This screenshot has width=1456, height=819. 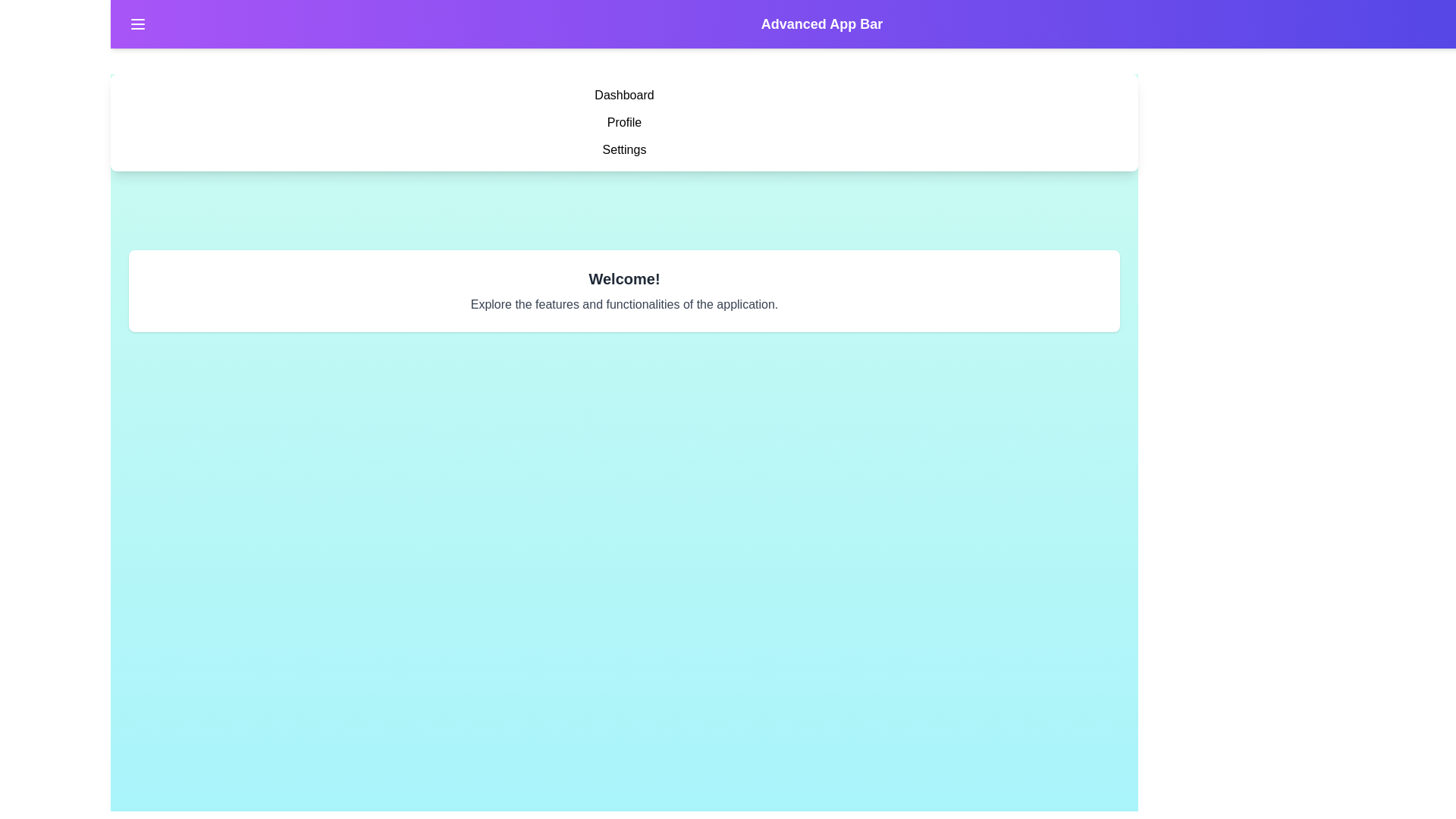 I want to click on the menu button to toggle the menu visibility, so click(x=138, y=24).